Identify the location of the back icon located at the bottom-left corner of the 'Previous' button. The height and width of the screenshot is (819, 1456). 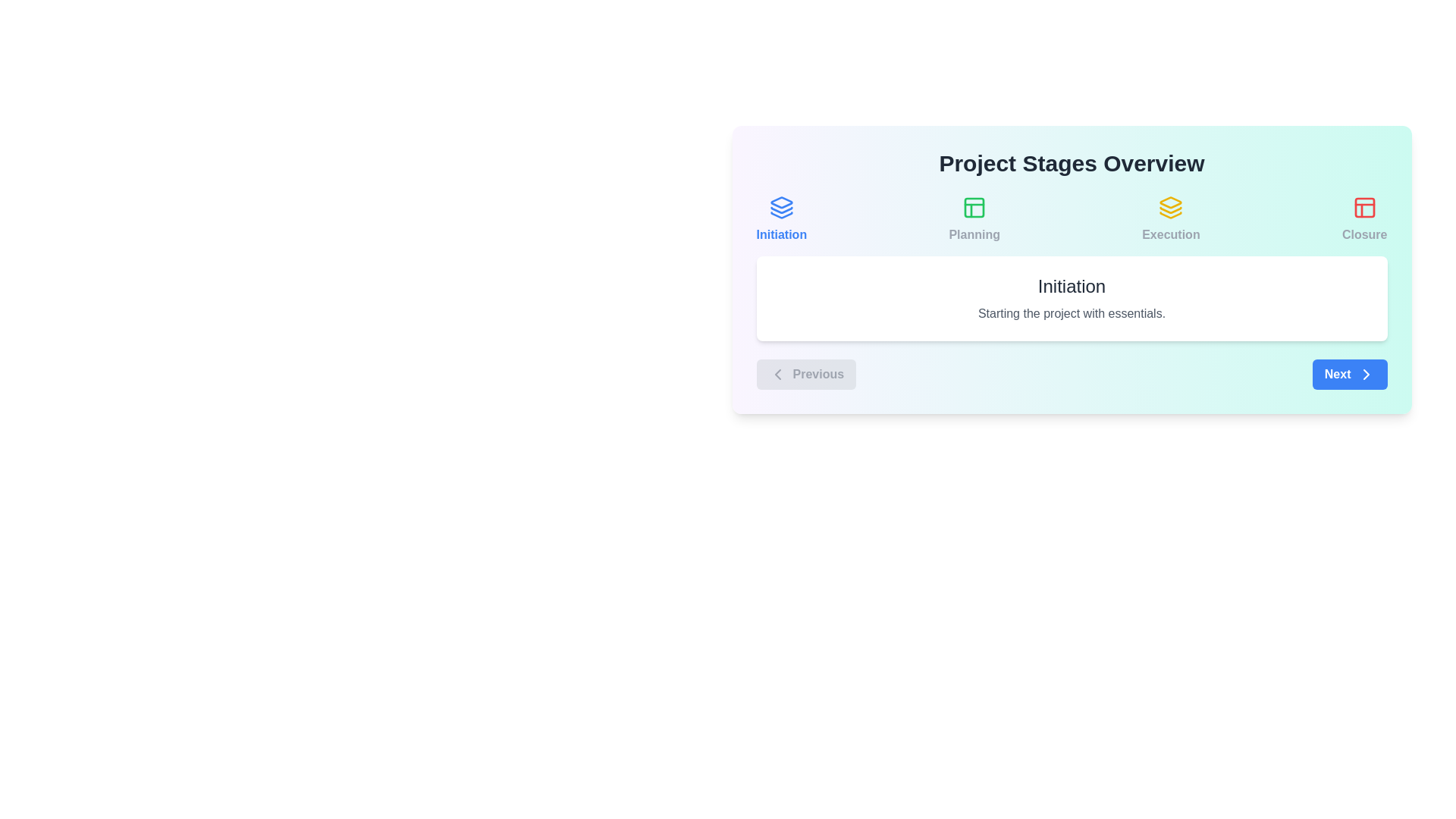
(777, 374).